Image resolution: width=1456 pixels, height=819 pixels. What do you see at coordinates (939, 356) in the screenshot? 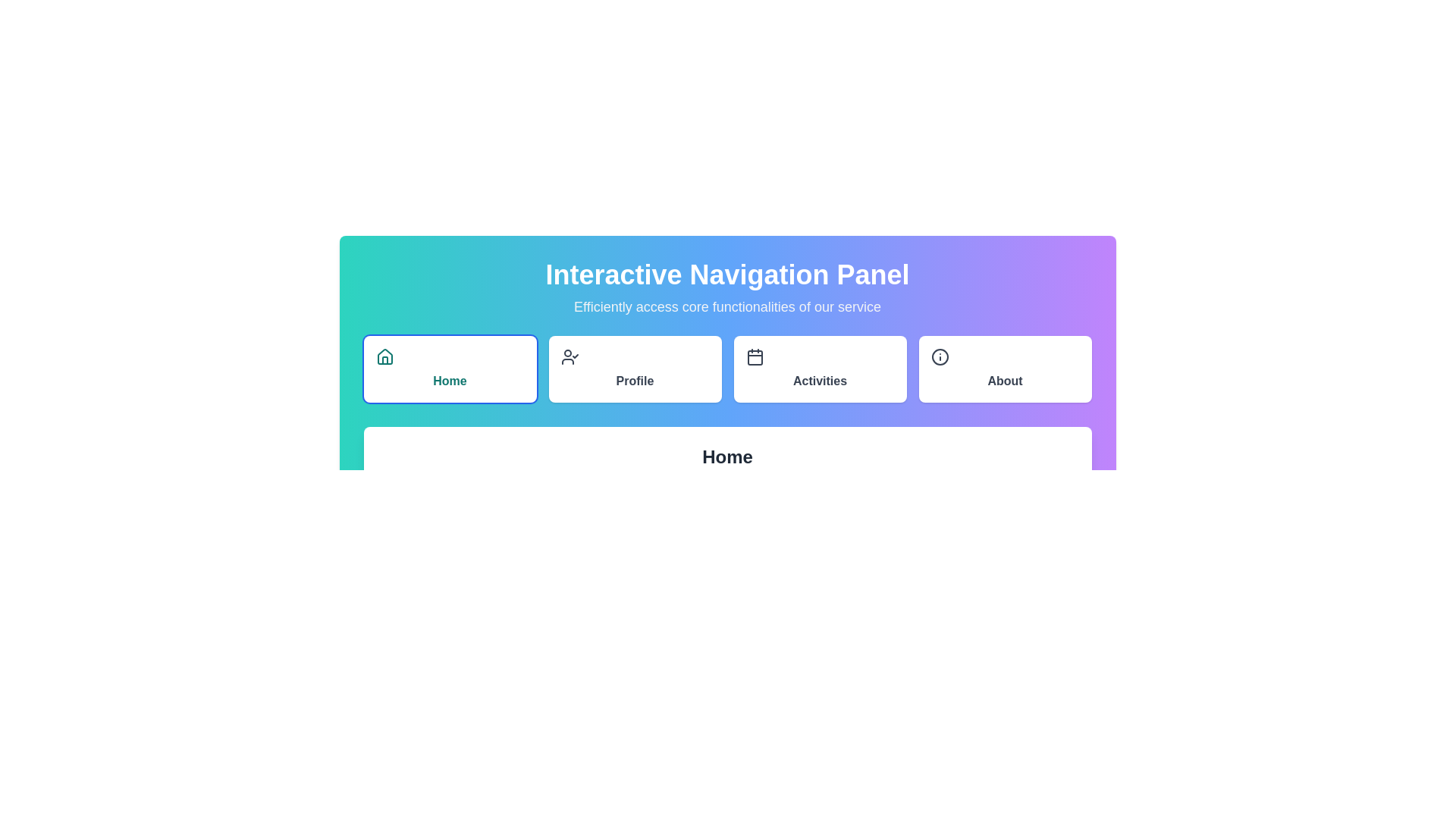
I see `the interactive icon in the 'About' section, located on the far right of the navigation panel` at bounding box center [939, 356].